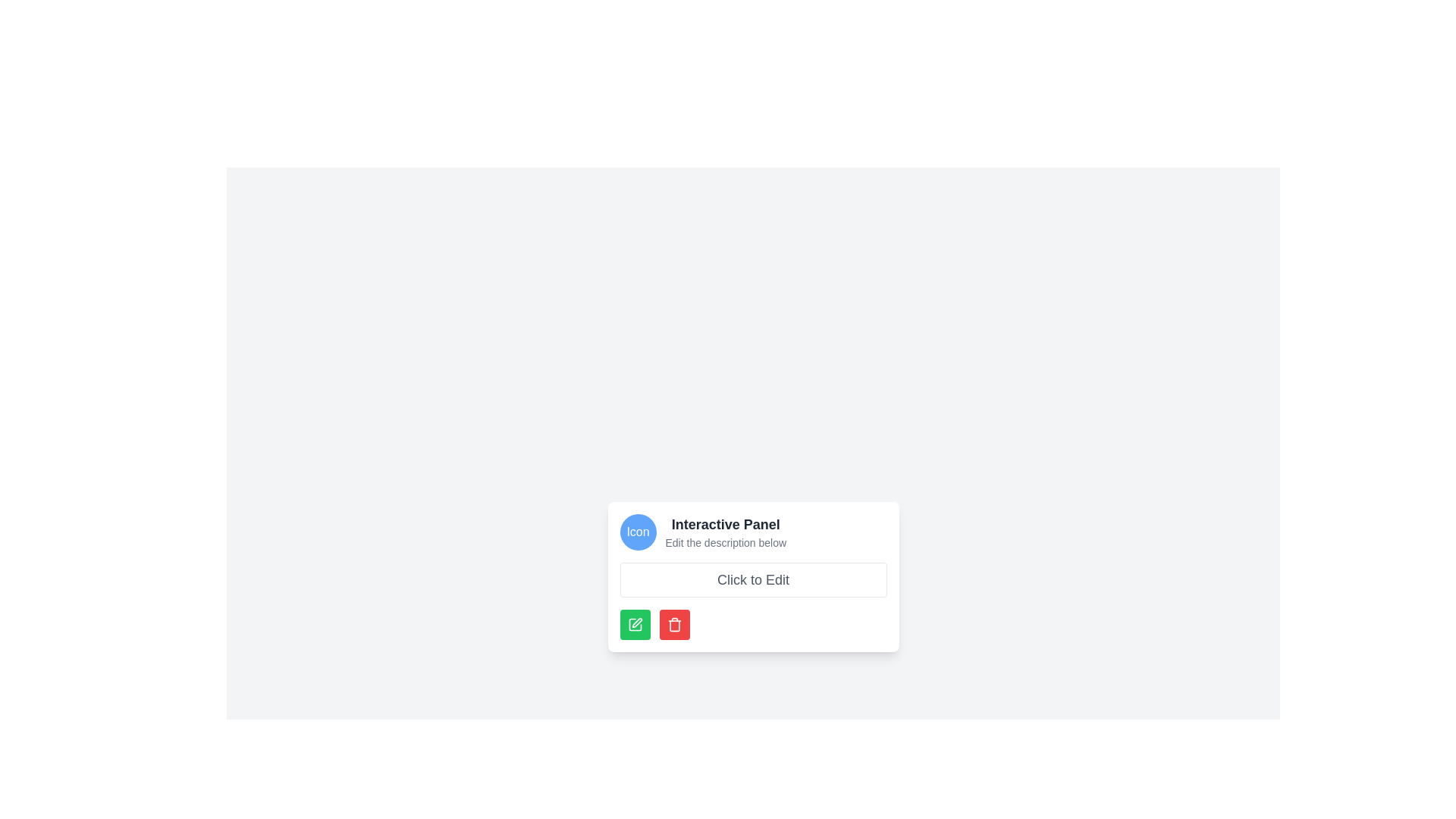  Describe the element at coordinates (635, 625) in the screenshot. I see `the green button located at the bottom left of the interface panel, which contains the decorative SVG icon indicating an action` at that location.